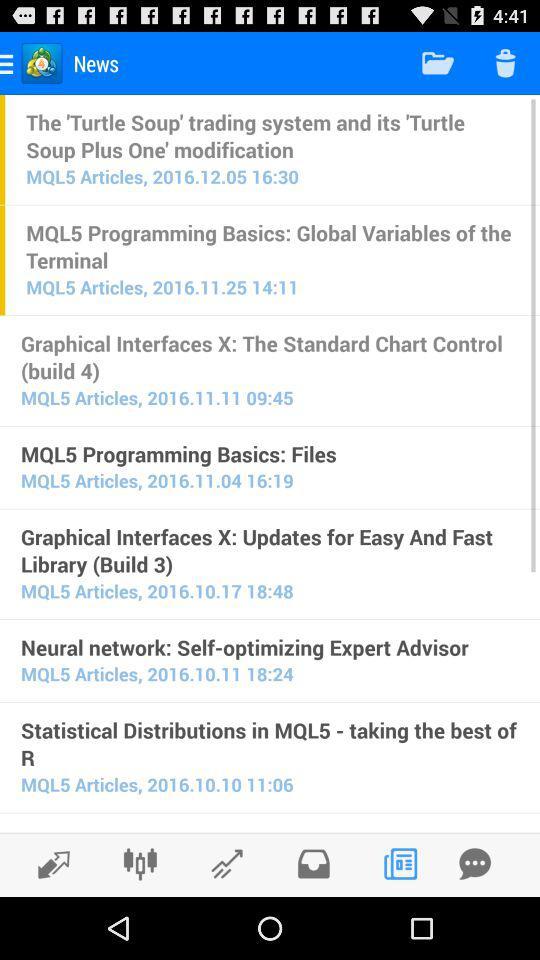 Image resolution: width=540 pixels, height=960 pixels. What do you see at coordinates (226, 924) in the screenshot?
I see `the edit icon` at bounding box center [226, 924].